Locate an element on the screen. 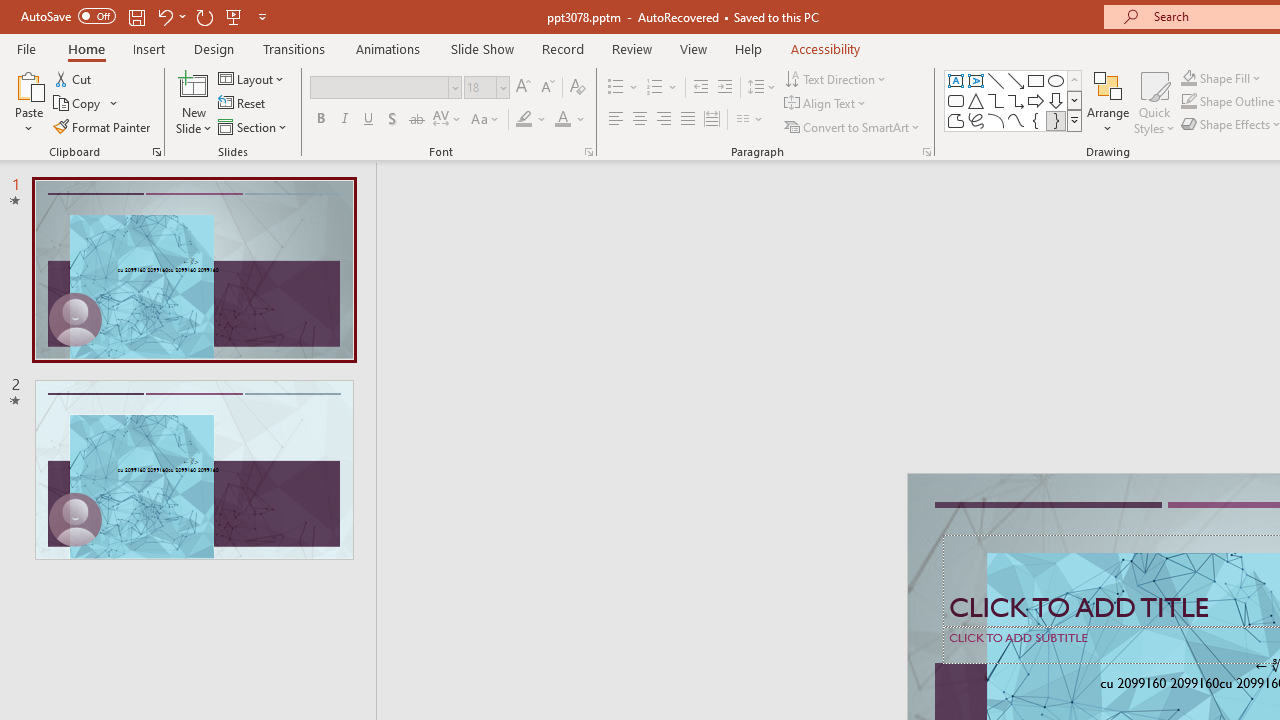 The width and height of the screenshot is (1280, 720). 'Freeform: Scribble' is located at coordinates (976, 120).